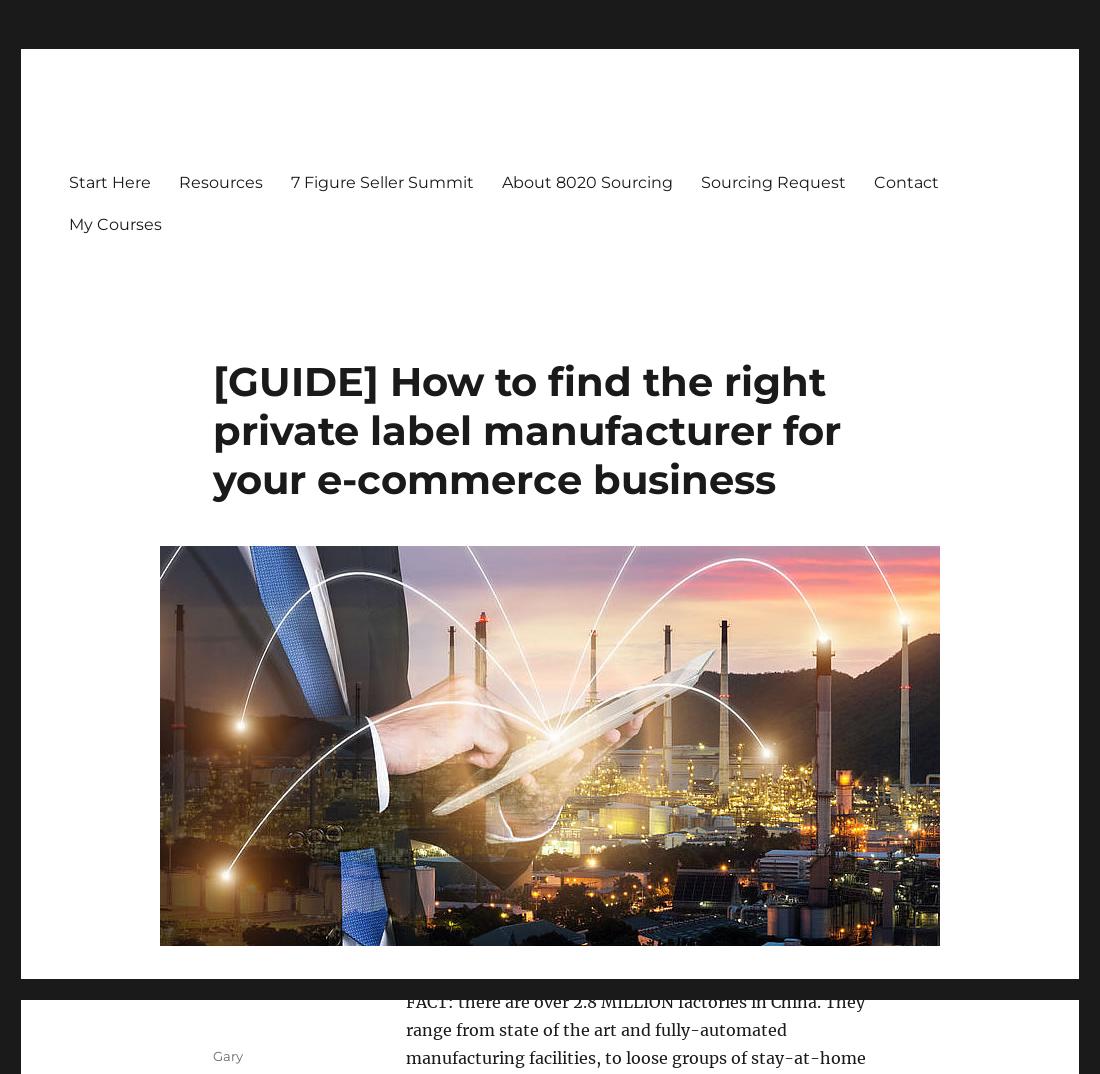  I want to click on 'd', so click(3, 12).